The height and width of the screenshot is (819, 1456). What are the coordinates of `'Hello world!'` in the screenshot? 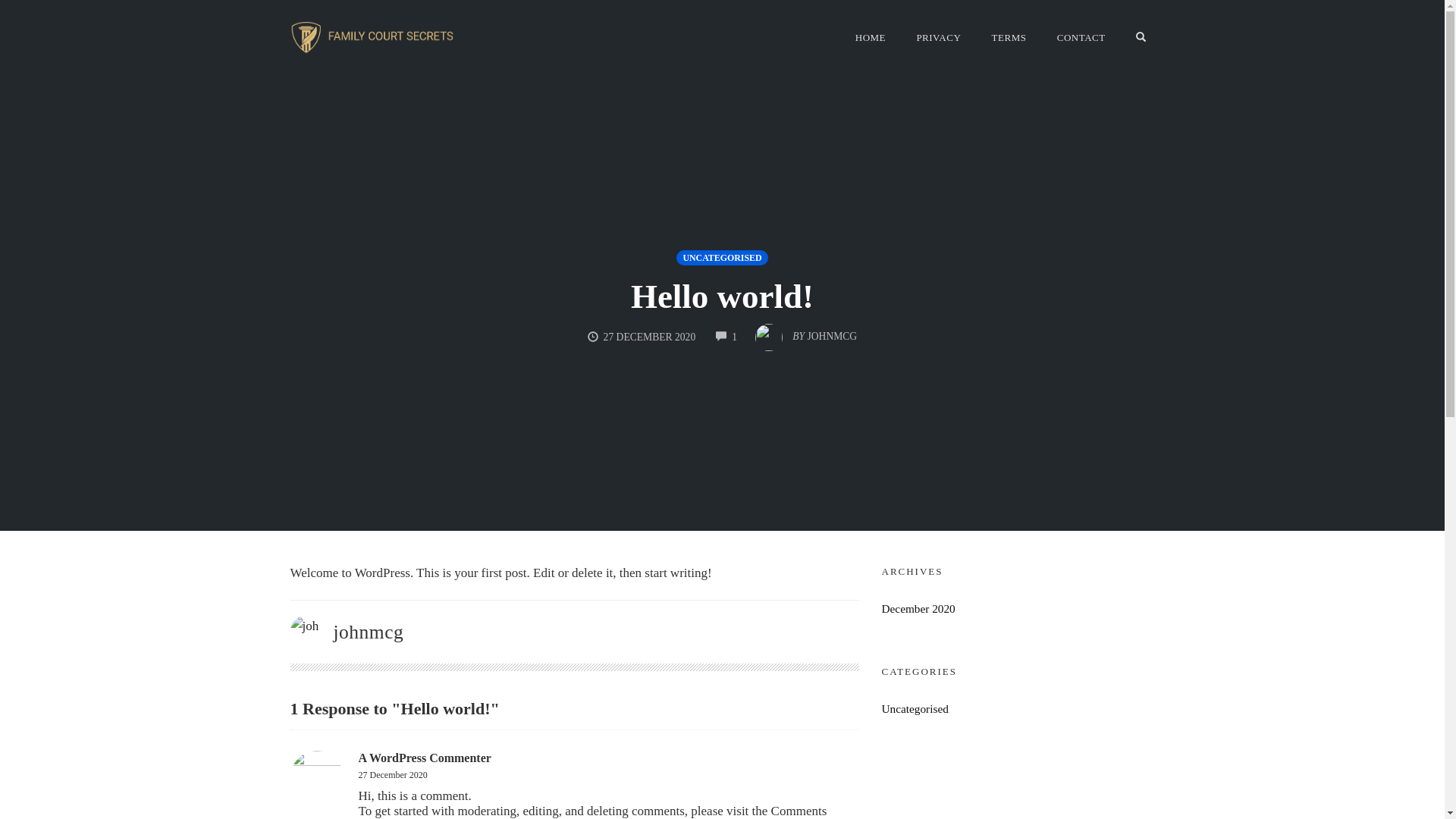 It's located at (721, 296).